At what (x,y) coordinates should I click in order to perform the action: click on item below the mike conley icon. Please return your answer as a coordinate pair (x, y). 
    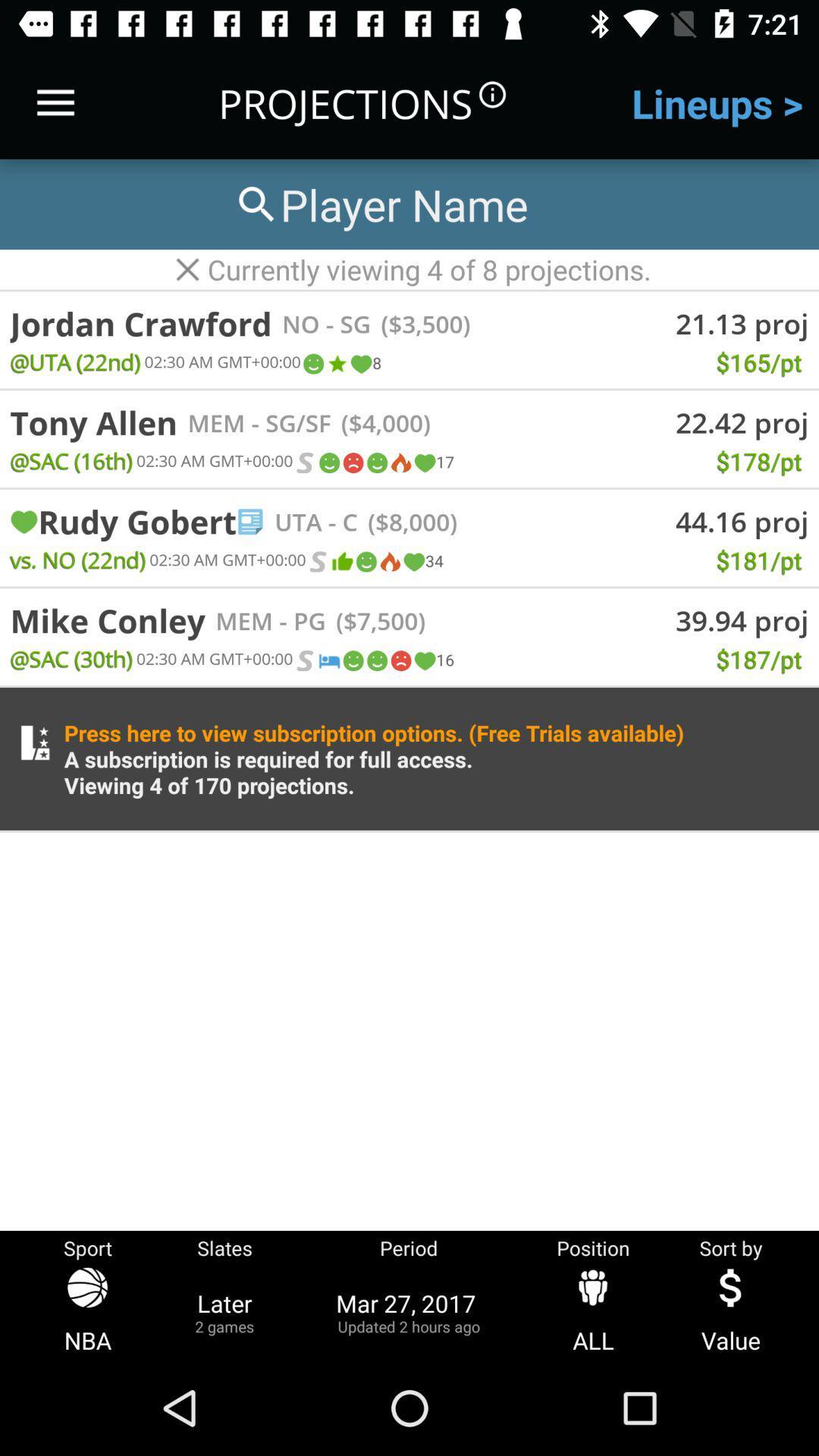
    Looking at the image, I should click on (71, 658).